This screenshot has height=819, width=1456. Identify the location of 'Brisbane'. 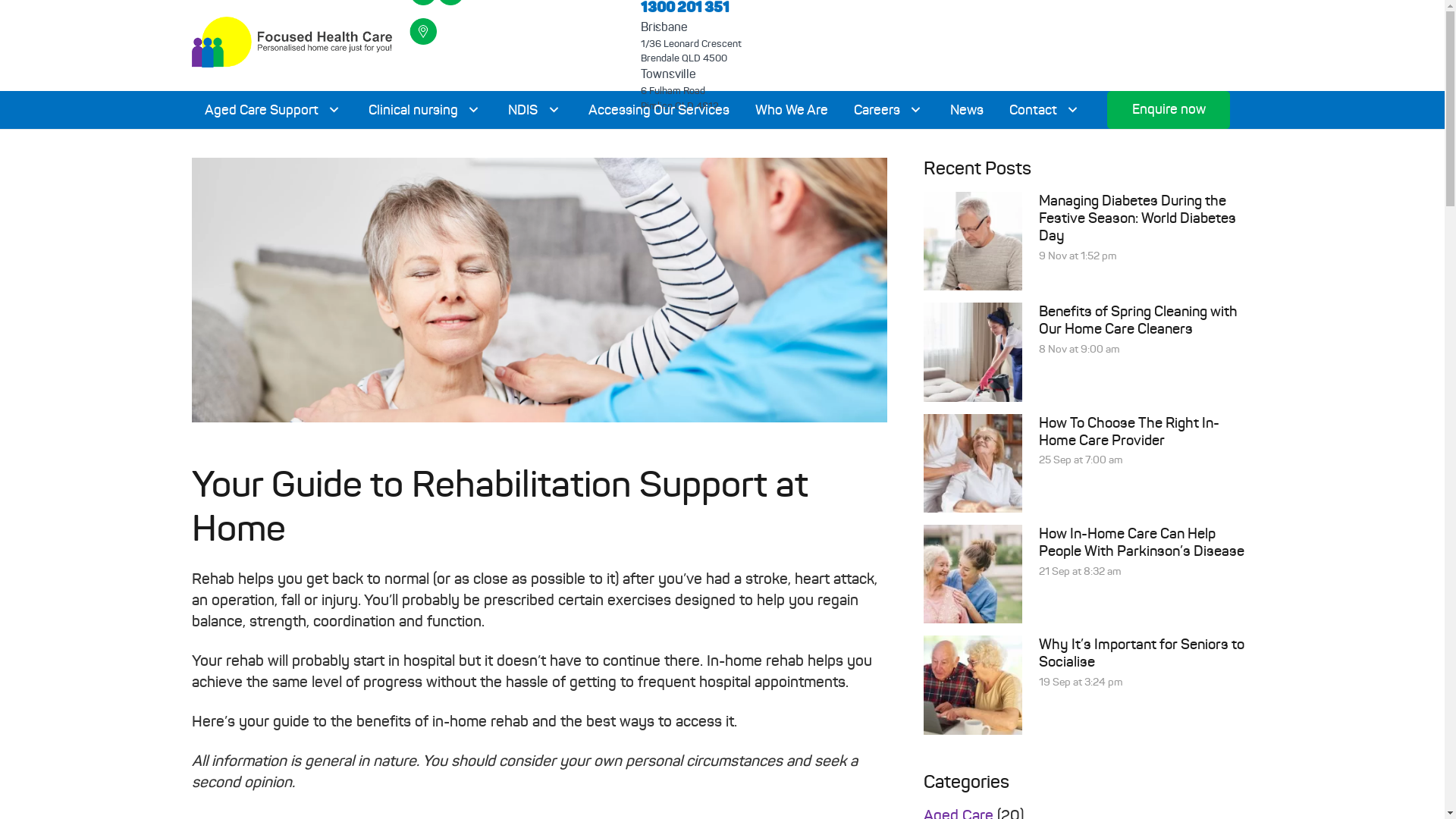
(664, 27).